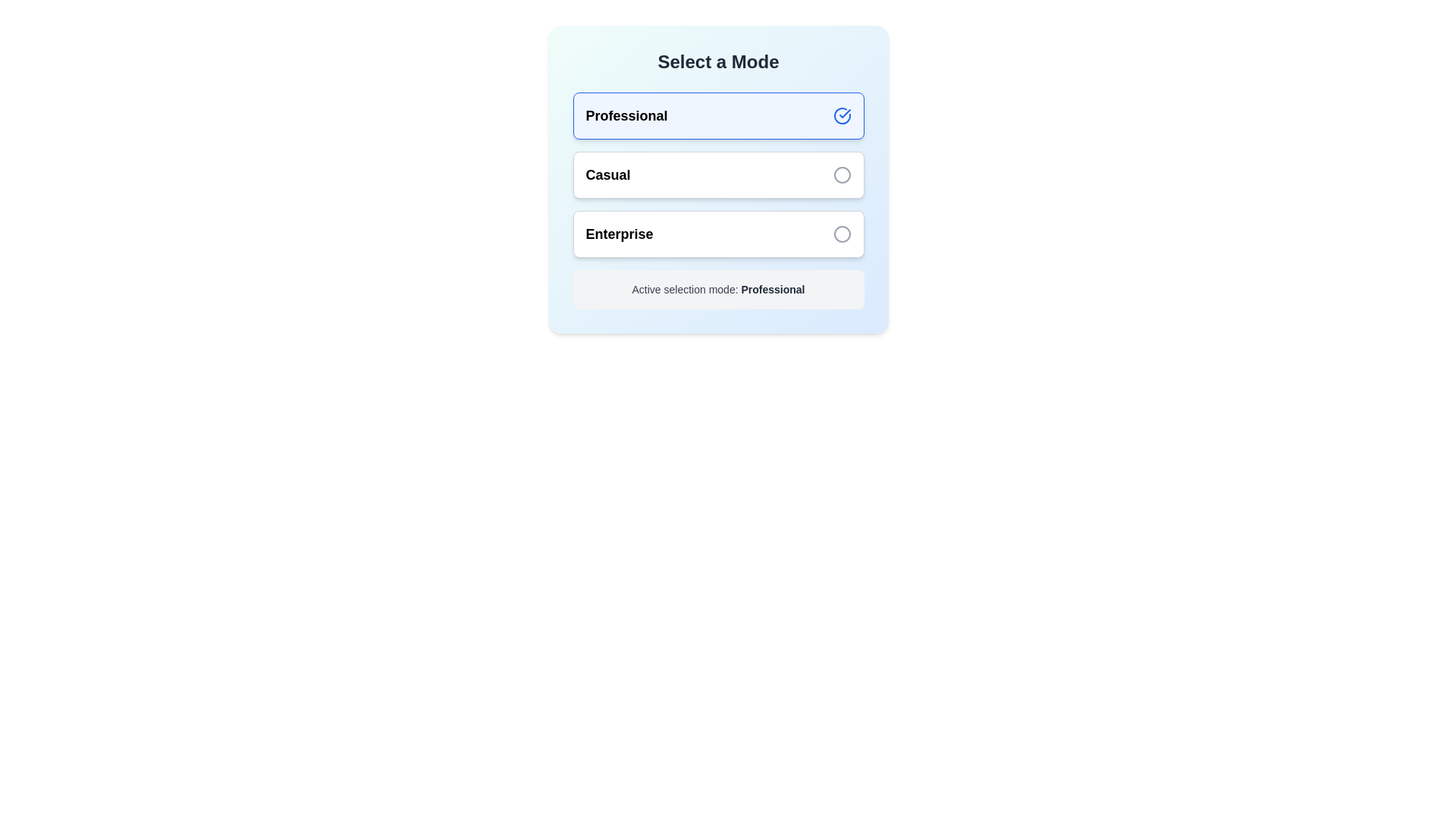 This screenshot has width=1456, height=819. Describe the element at coordinates (841, 174) in the screenshot. I see `the gray hollow circle SVG icon located within the 'Casual' mode selection button, which is the second item in the selection group` at that location.